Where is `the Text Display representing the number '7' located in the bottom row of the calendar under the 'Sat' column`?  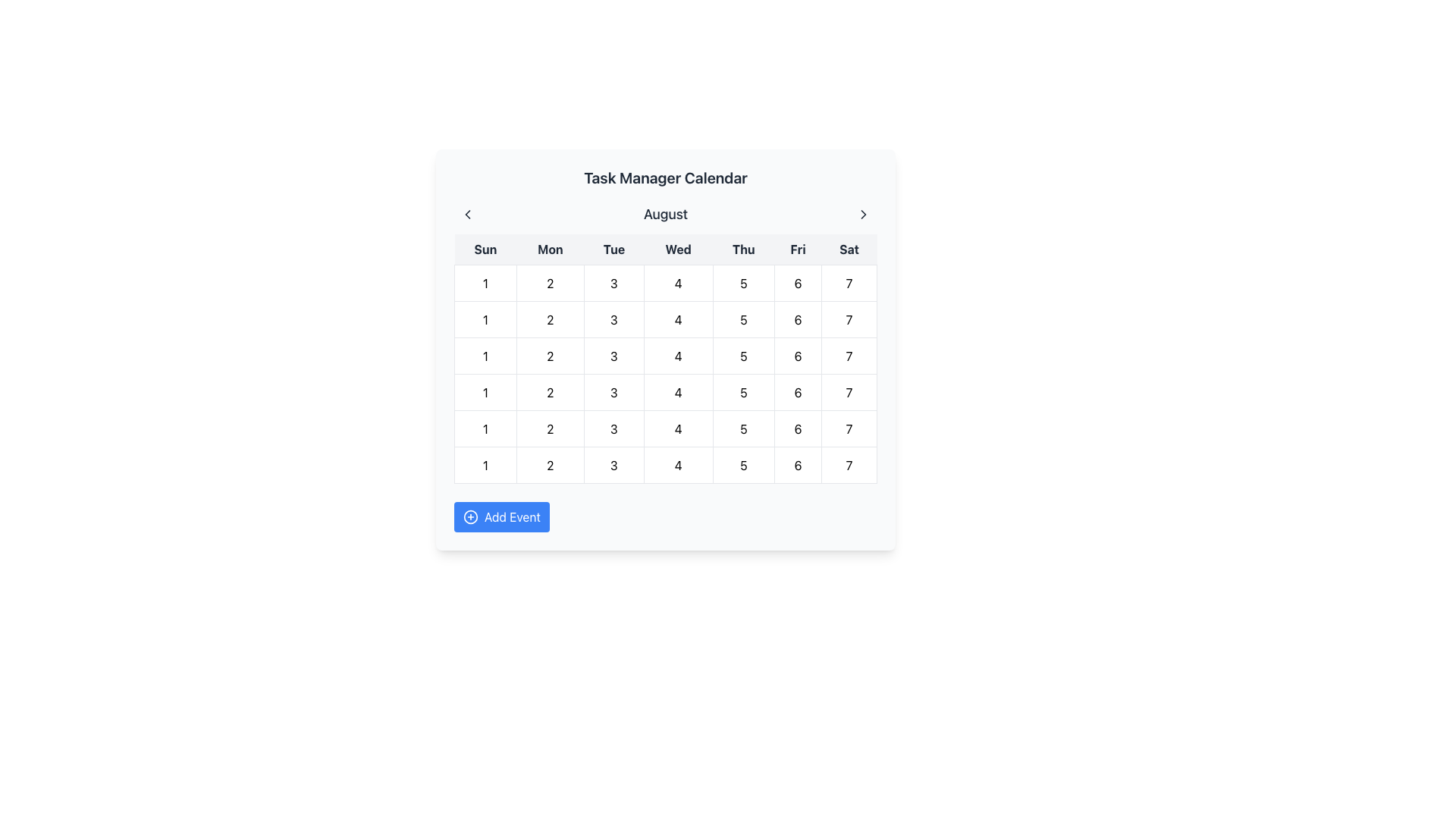 the Text Display representing the number '7' located in the bottom row of the calendar under the 'Sat' column is located at coordinates (849, 318).